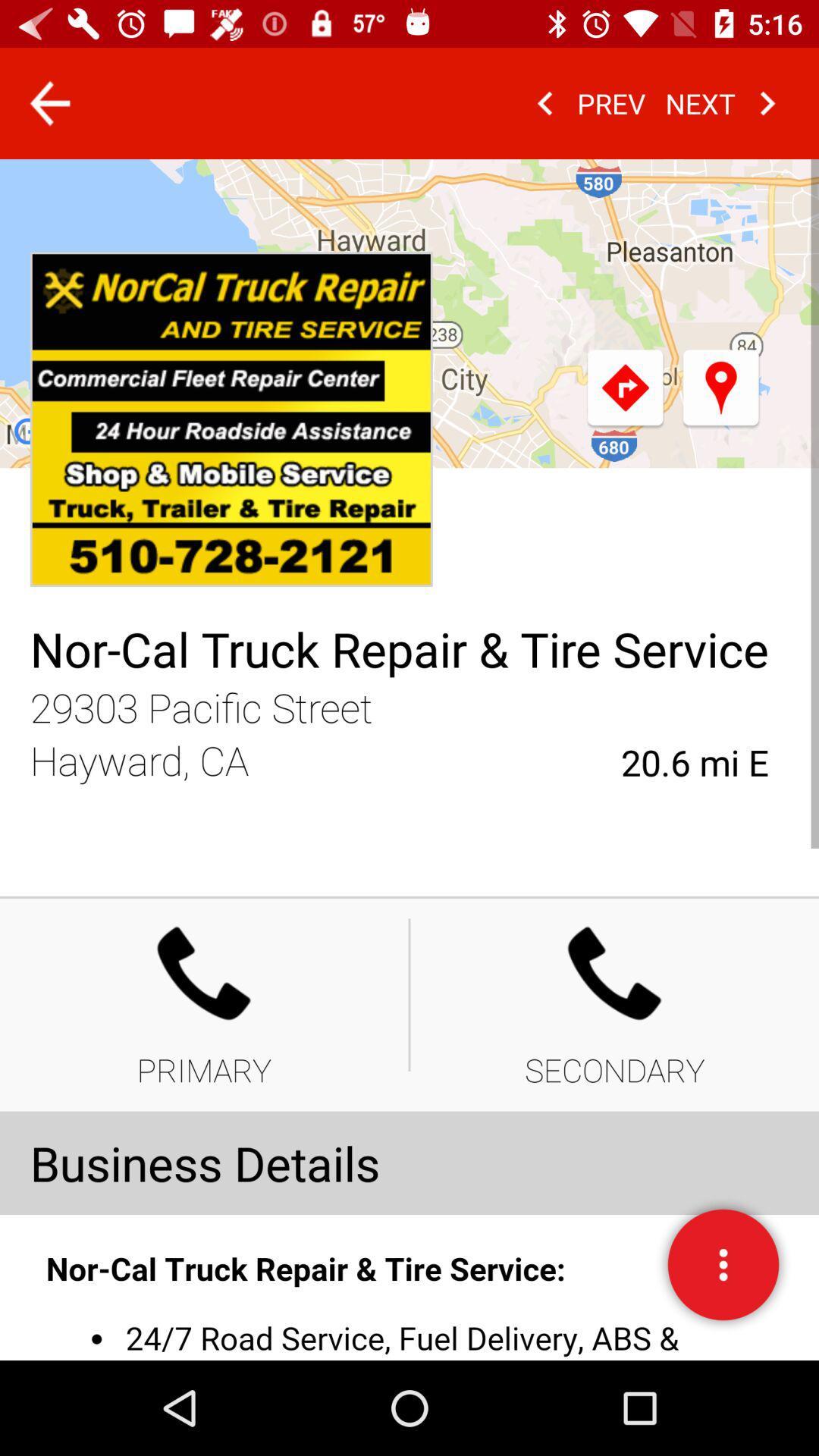 Image resolution: width=819 pixels, height=1456 pixels. Describe the element at coordinates (720, 388) in the screenshot. I see `the location icon` at that location.